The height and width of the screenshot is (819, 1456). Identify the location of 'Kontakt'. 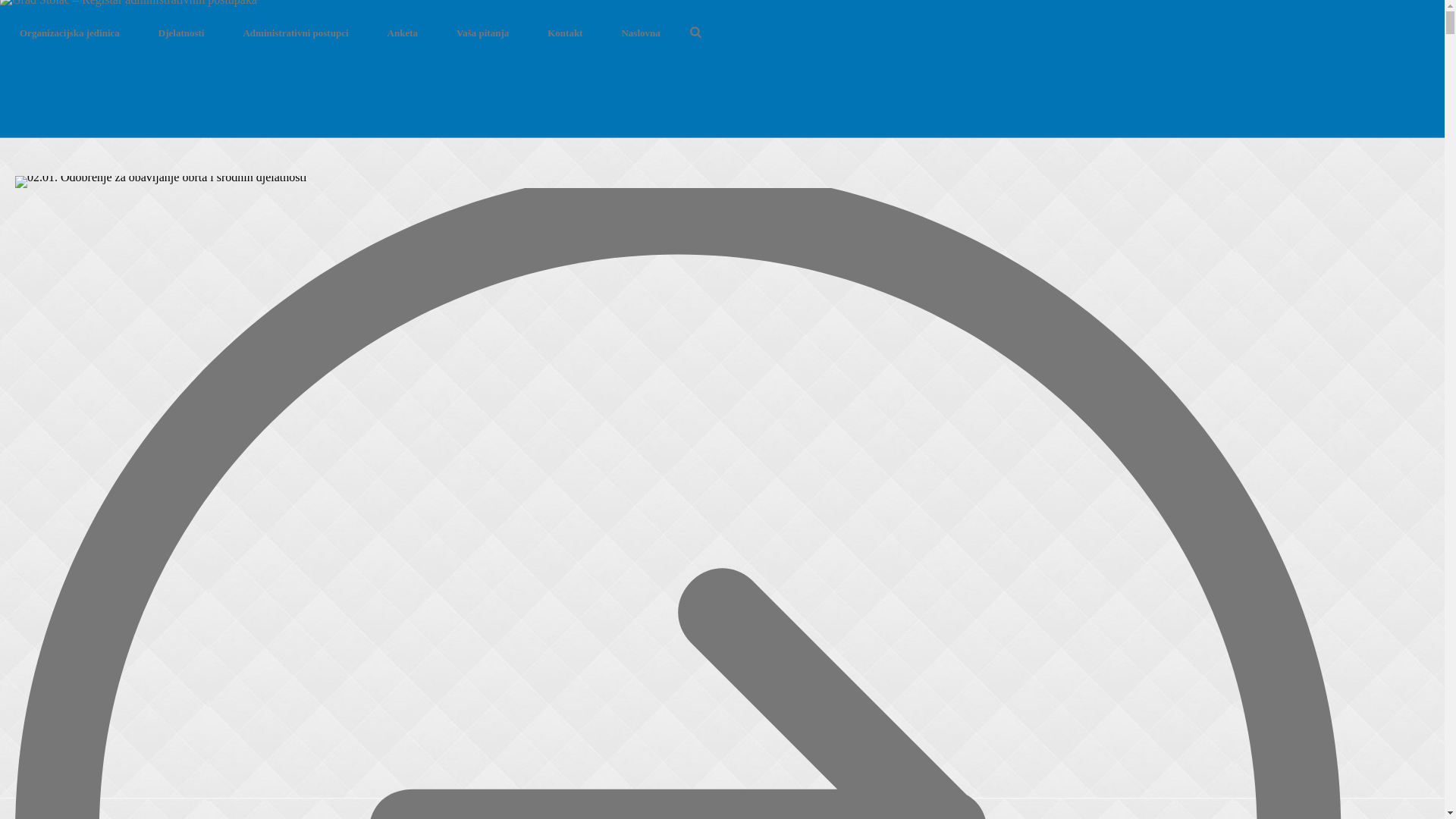
(563, 33).